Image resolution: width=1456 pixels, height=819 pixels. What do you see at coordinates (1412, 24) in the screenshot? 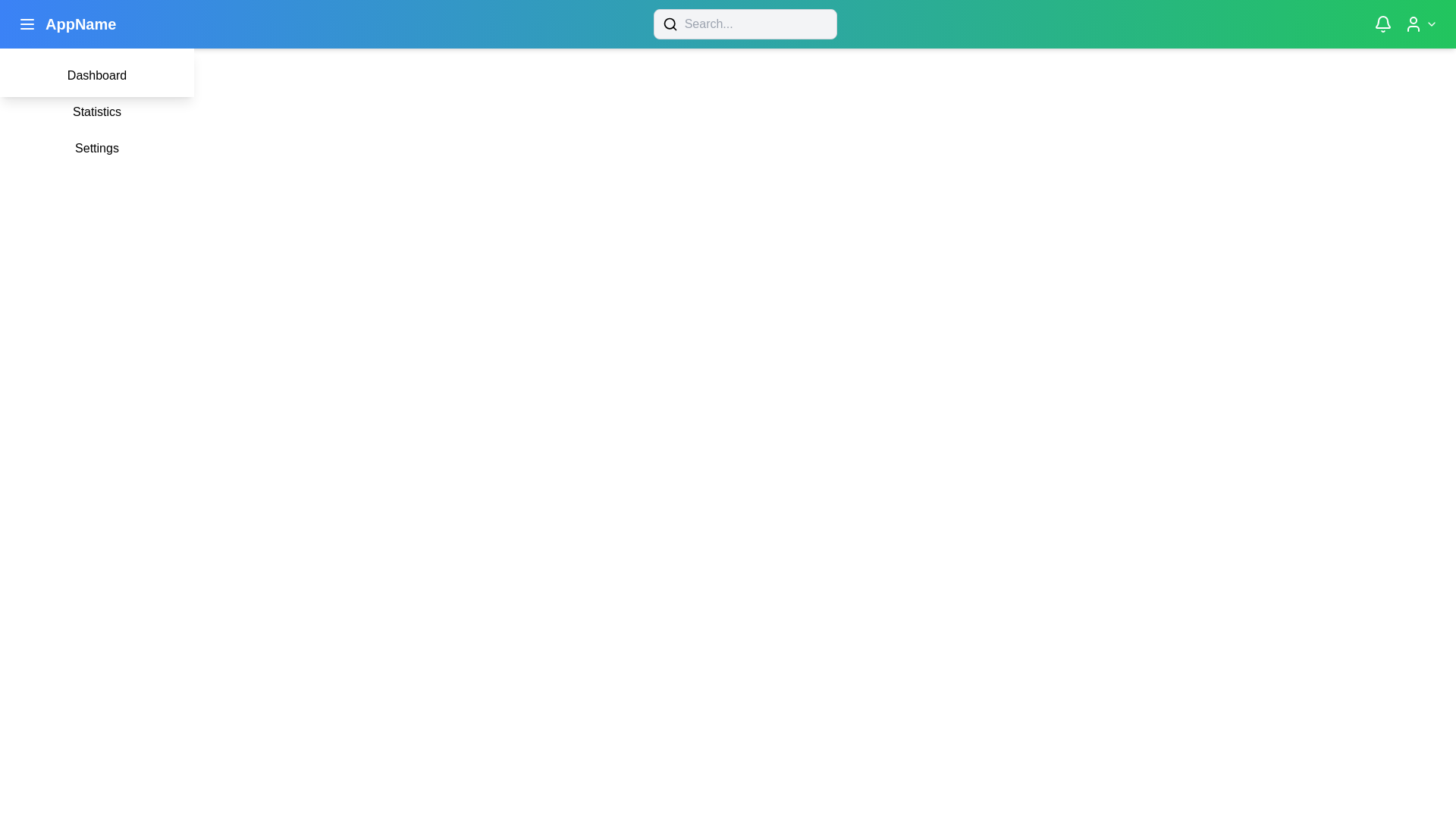
I see `the user profile icon located at the top-right corner of the interface` at bounding box center [1412, 24].